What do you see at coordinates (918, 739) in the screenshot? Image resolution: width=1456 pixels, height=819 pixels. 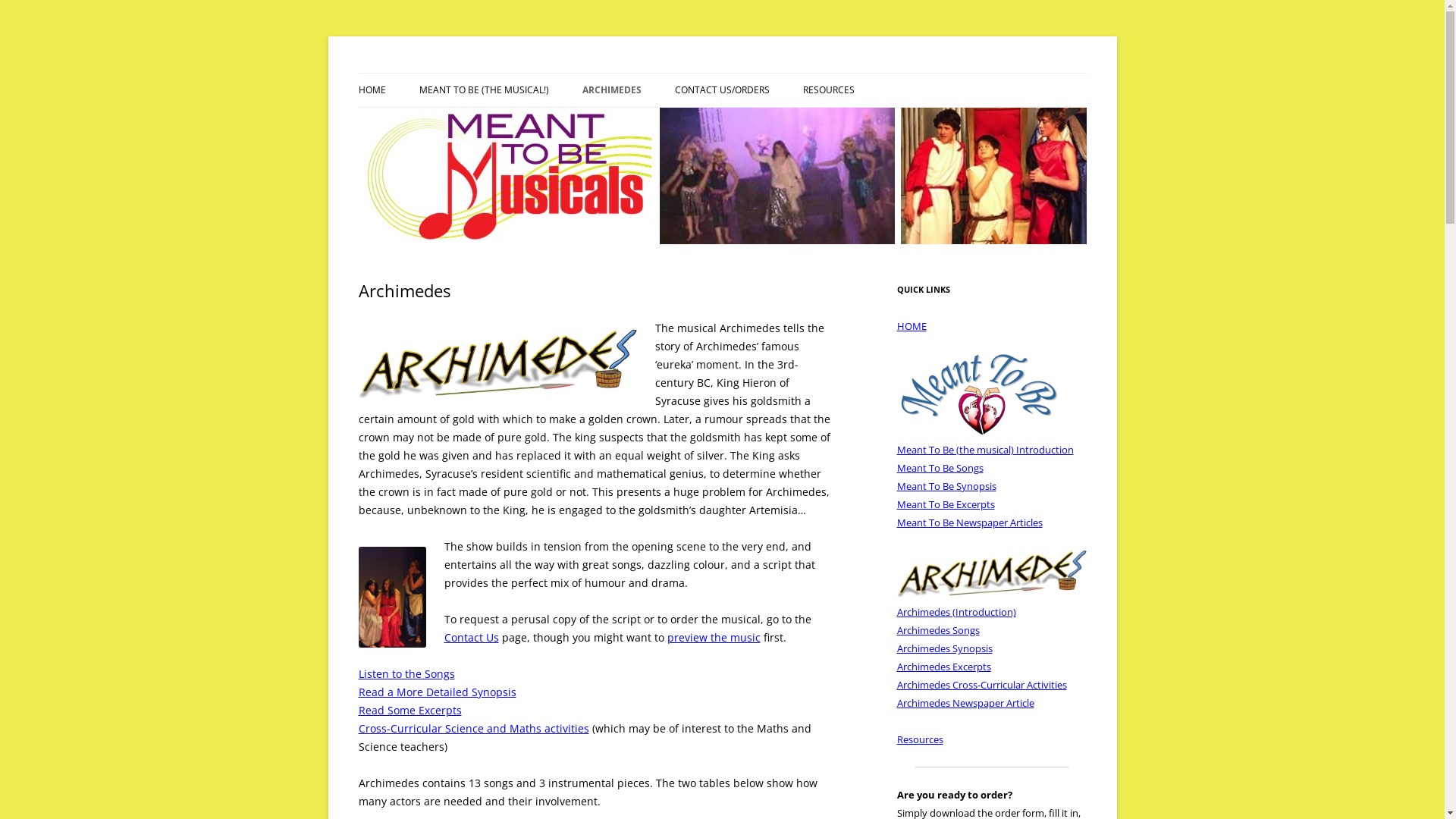 I see `'Resources'` at bounding box center [918, 739].